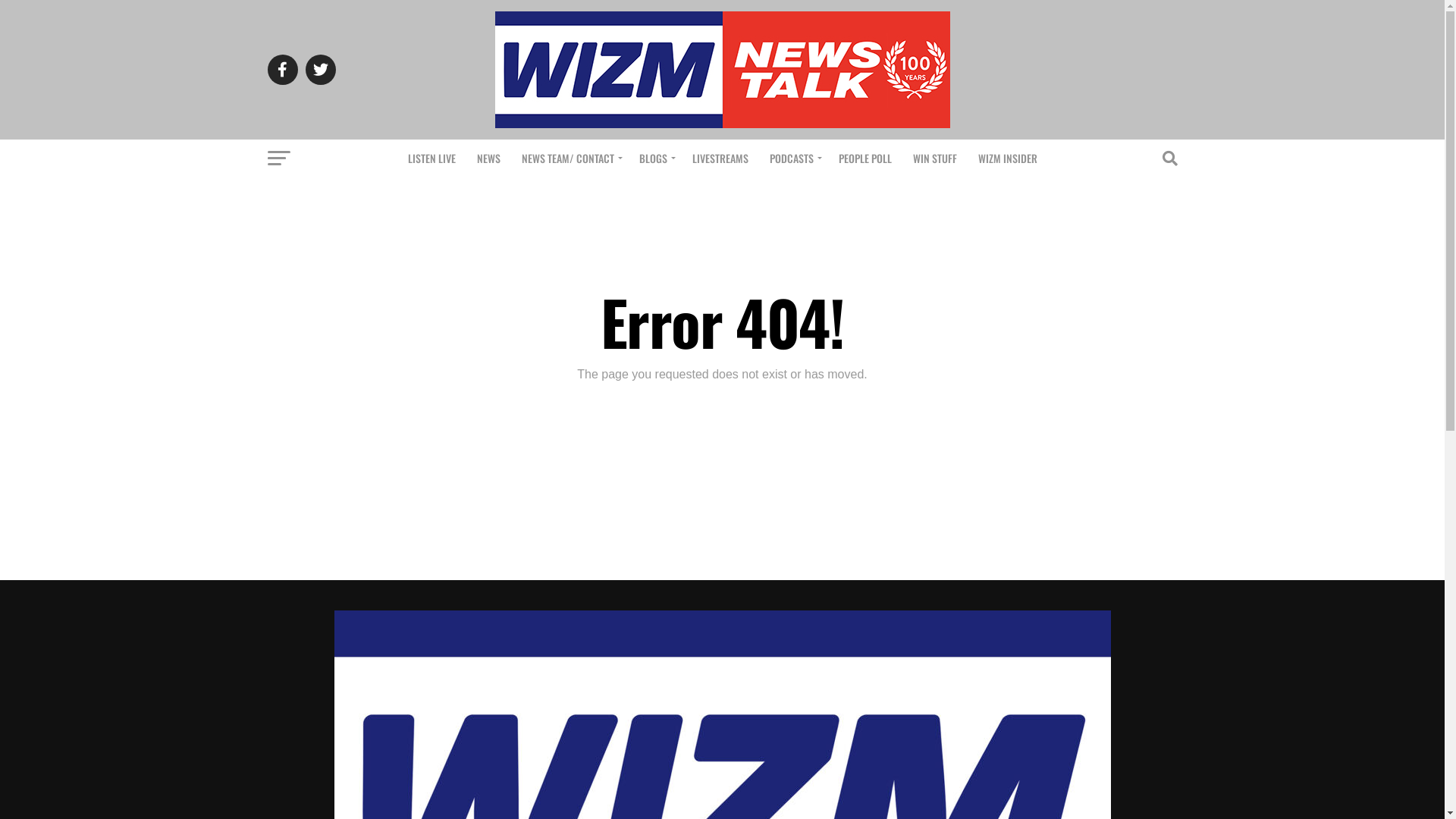  What do you see at coordinates (431, 158) in the screenshot?
I see `'LISTEN LIVE'` at bounding box center [431, 158].